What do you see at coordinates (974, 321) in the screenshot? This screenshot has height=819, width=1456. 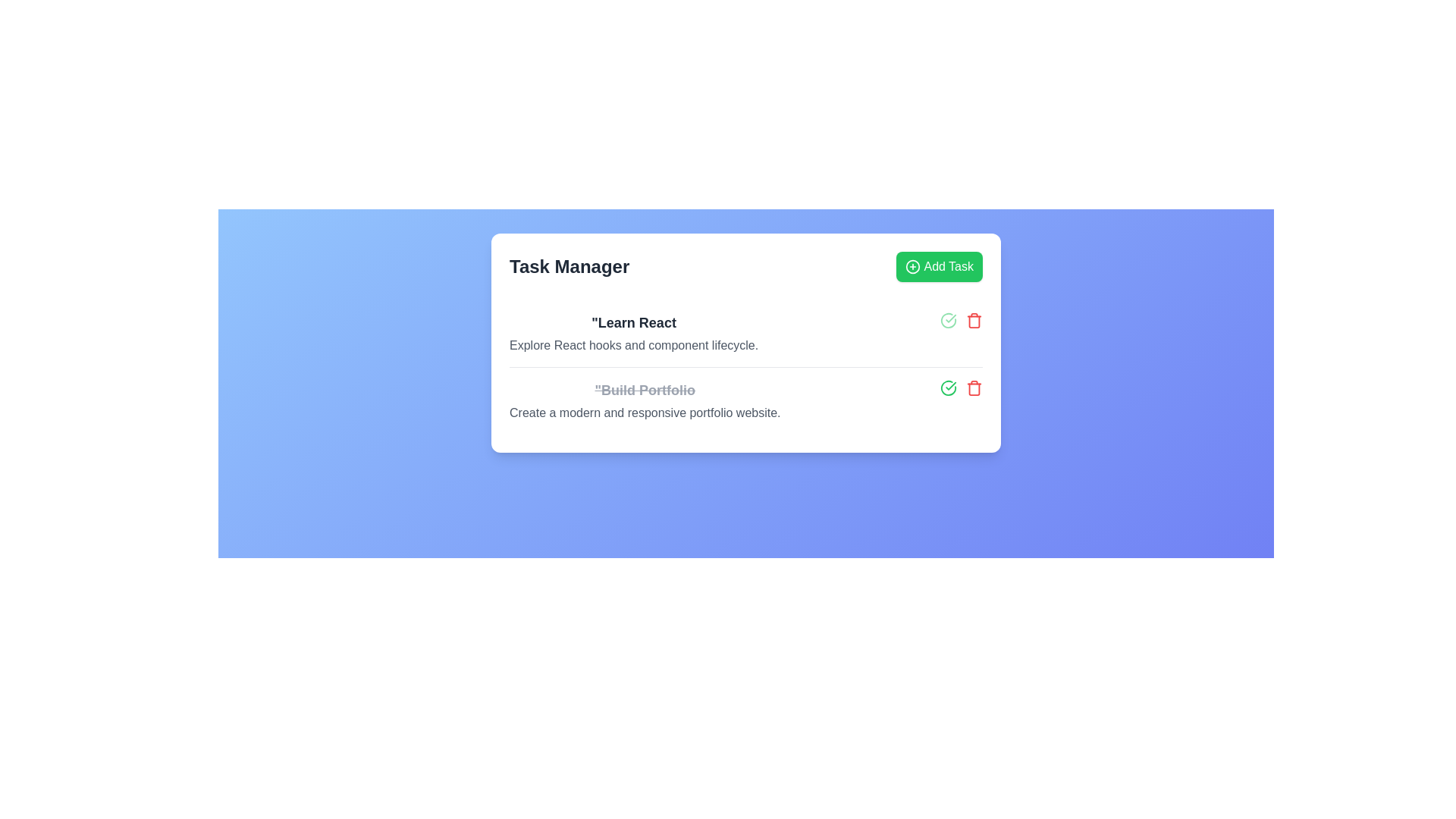 I see `the trash can icon located in the right section of the second task in the task list` at bounding box center [974, 321].